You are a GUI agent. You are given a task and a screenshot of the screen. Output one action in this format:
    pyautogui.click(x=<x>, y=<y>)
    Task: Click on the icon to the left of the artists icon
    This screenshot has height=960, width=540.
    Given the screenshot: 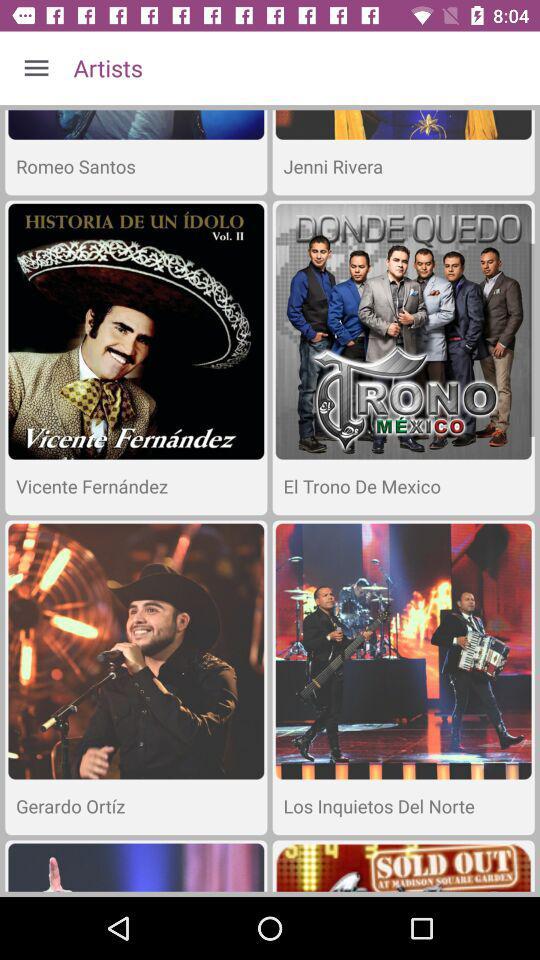 What is the action you would take?
    pyautogui.click(x=36, y=68)
    